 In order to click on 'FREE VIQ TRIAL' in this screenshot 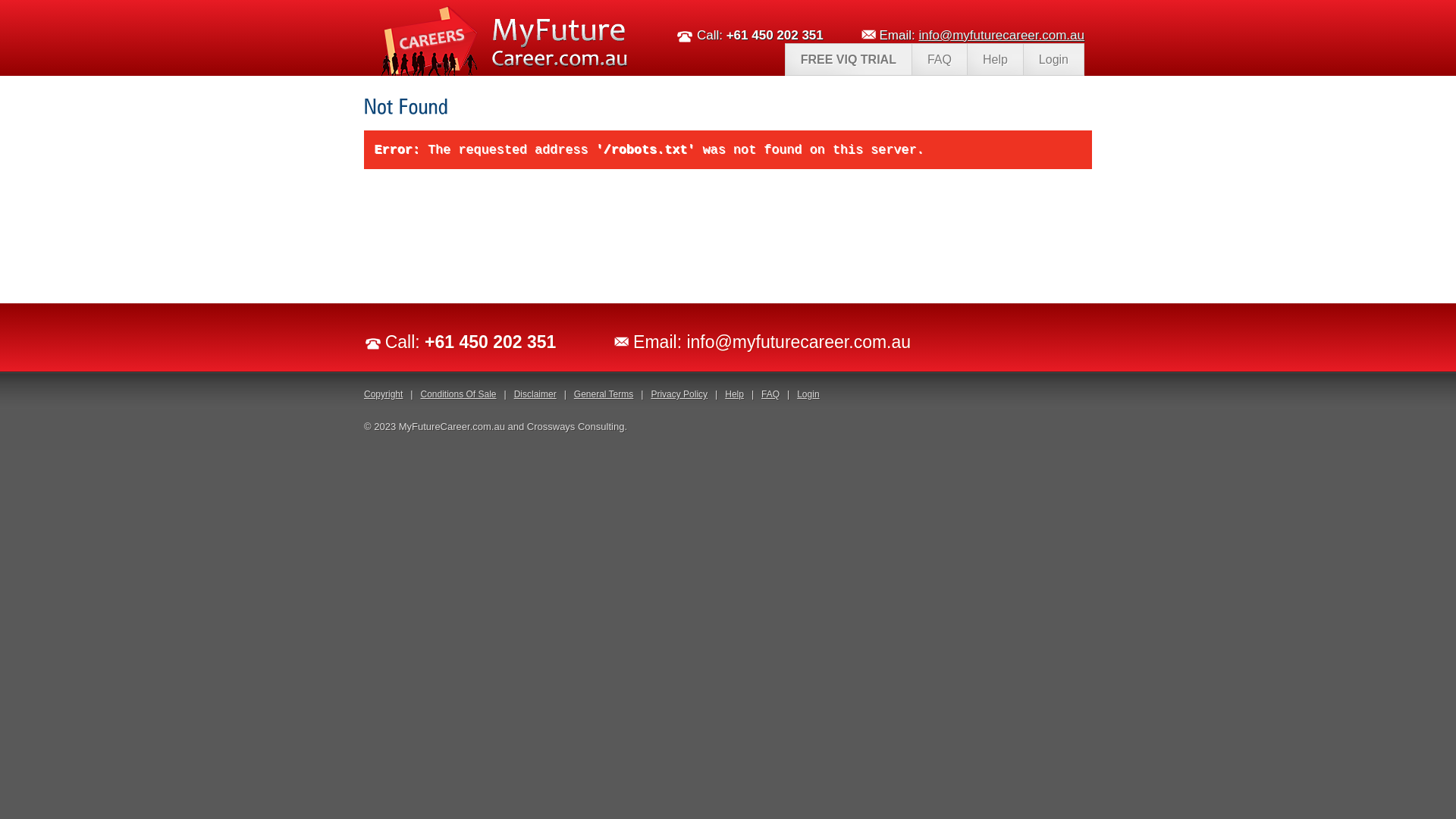, I will do `click(847, 58)`.